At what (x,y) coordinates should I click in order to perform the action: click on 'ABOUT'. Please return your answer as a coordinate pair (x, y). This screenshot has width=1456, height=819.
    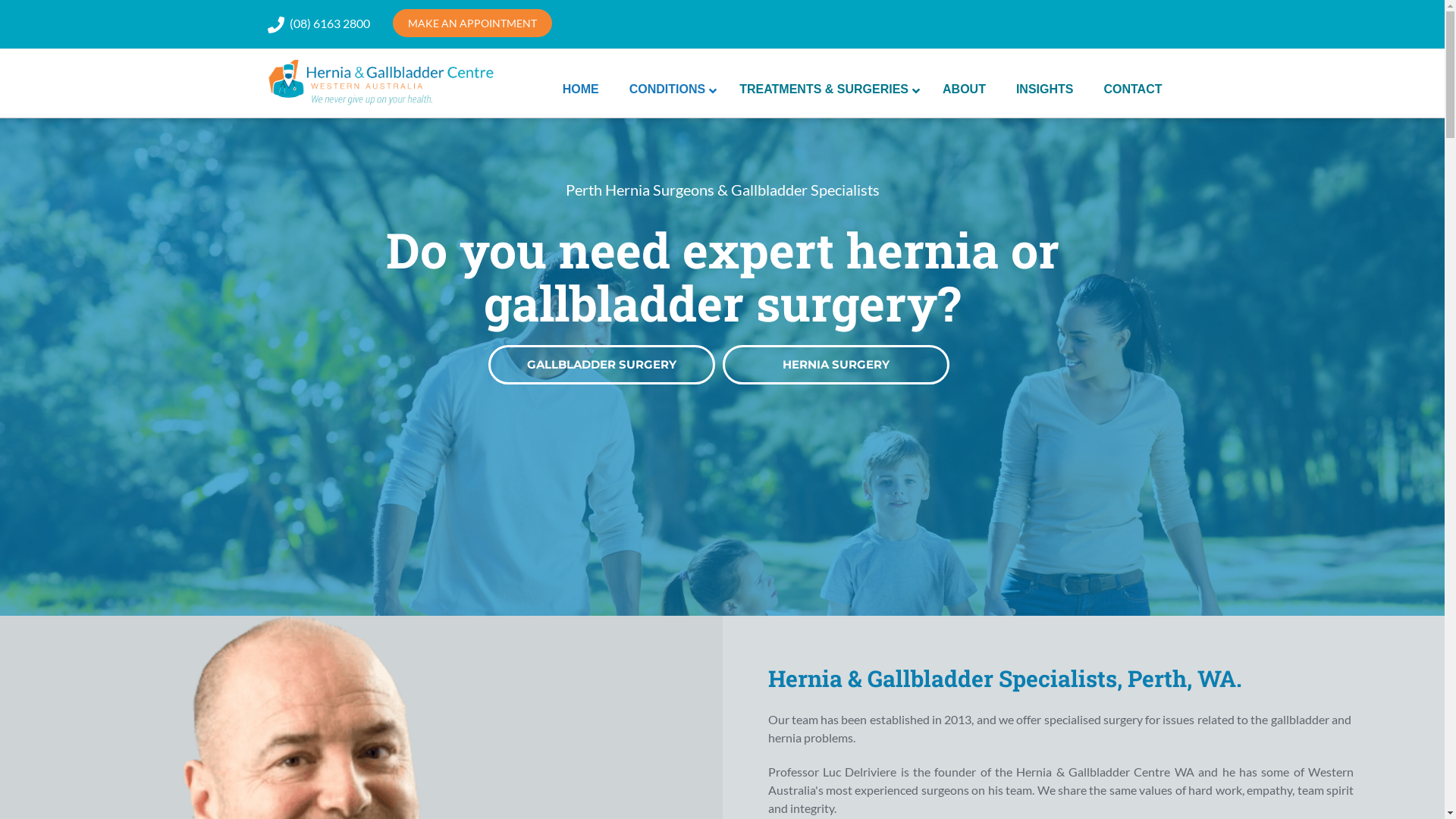
    Looking at the image, I should click on (963, 89).